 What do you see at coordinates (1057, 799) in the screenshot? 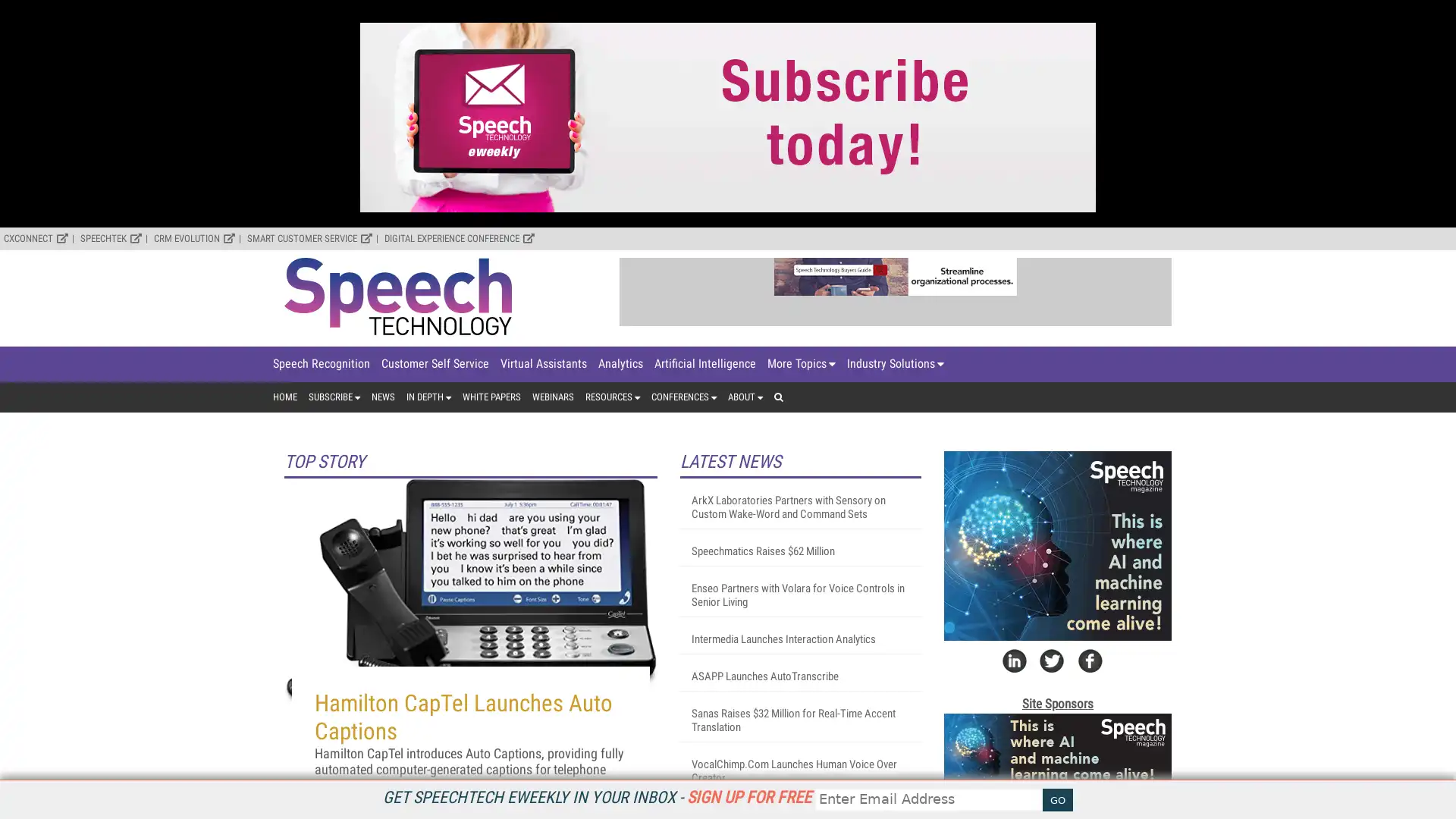
I see `GO` at bounding box center [1057, 799].